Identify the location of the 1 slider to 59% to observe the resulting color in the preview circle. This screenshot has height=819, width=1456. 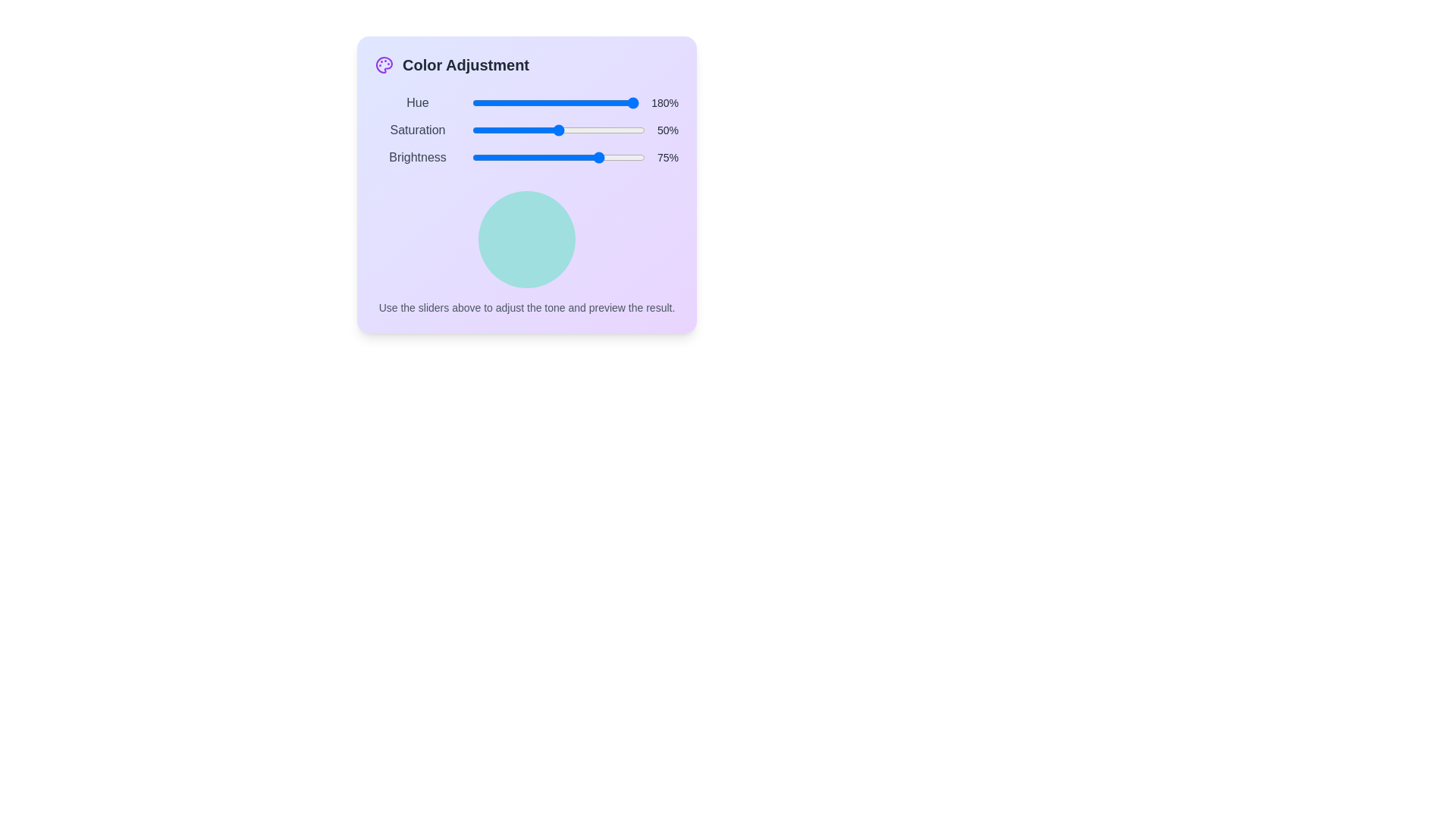
(570, 130).